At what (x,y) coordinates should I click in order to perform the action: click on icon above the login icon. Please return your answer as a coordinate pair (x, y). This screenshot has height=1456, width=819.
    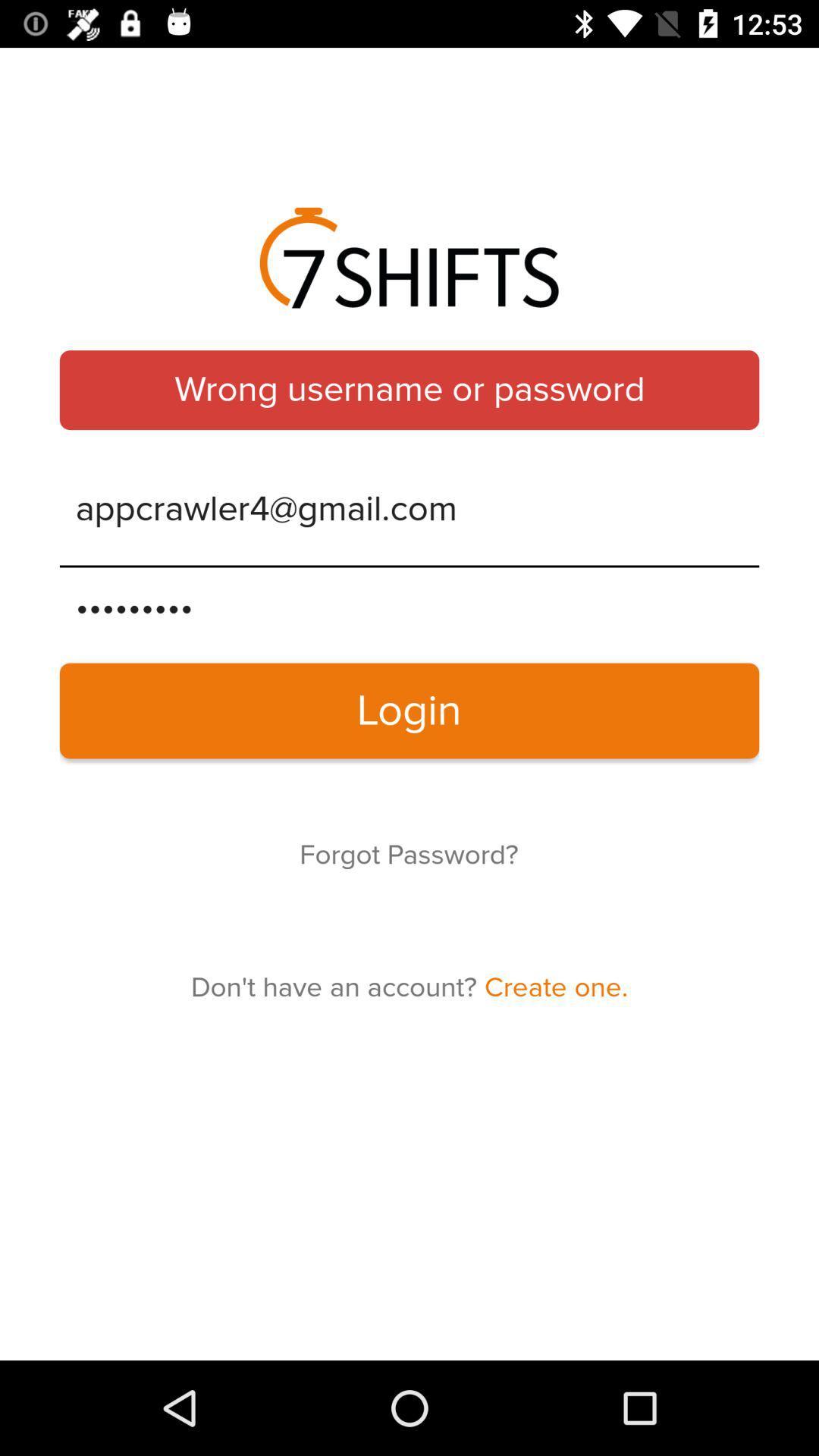
    Looking at the image, I should click on (409, 607).